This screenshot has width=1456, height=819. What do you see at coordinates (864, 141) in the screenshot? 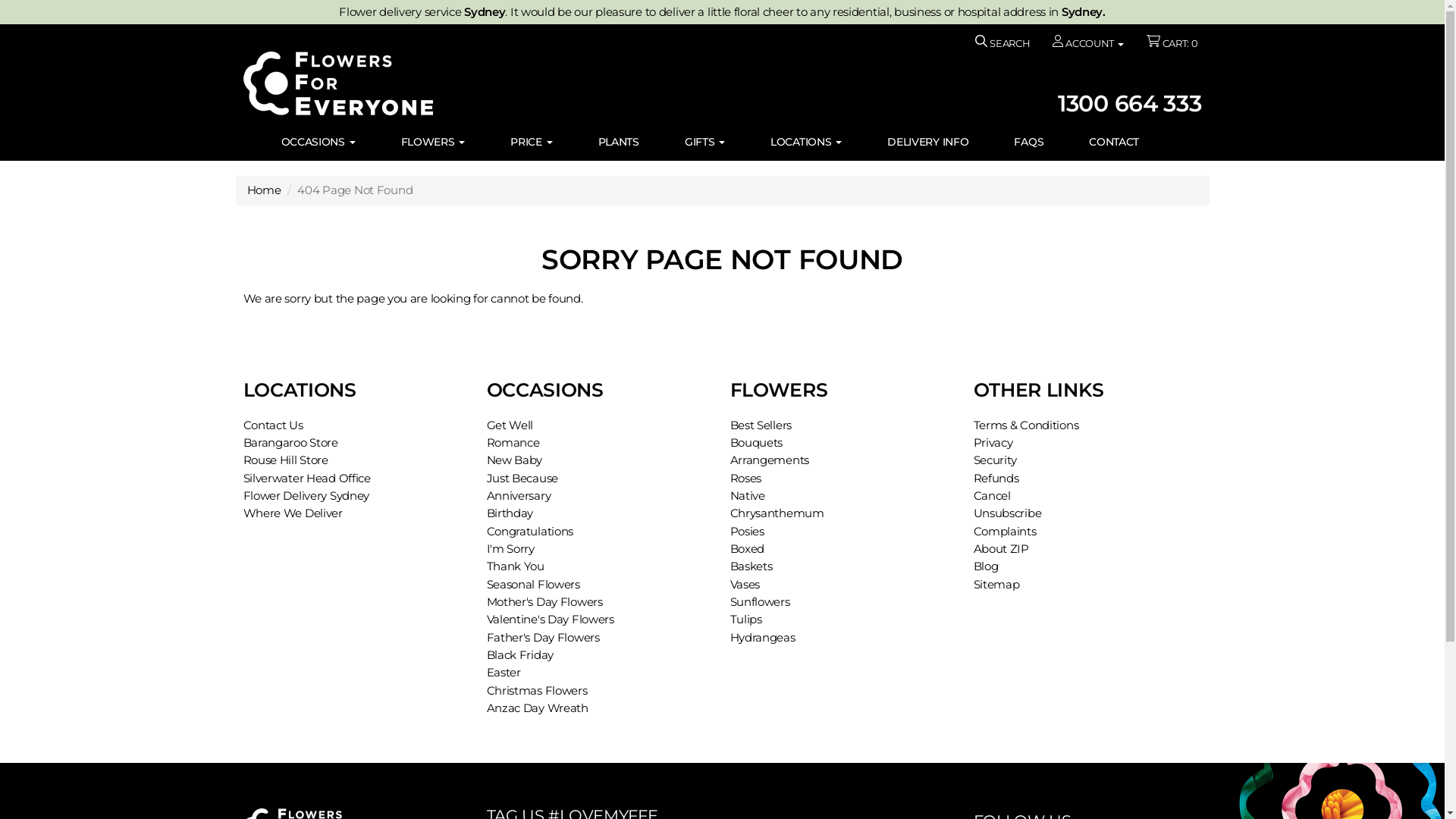
I see `'DELIVERY INFO'` at bounding box center [864, 141].